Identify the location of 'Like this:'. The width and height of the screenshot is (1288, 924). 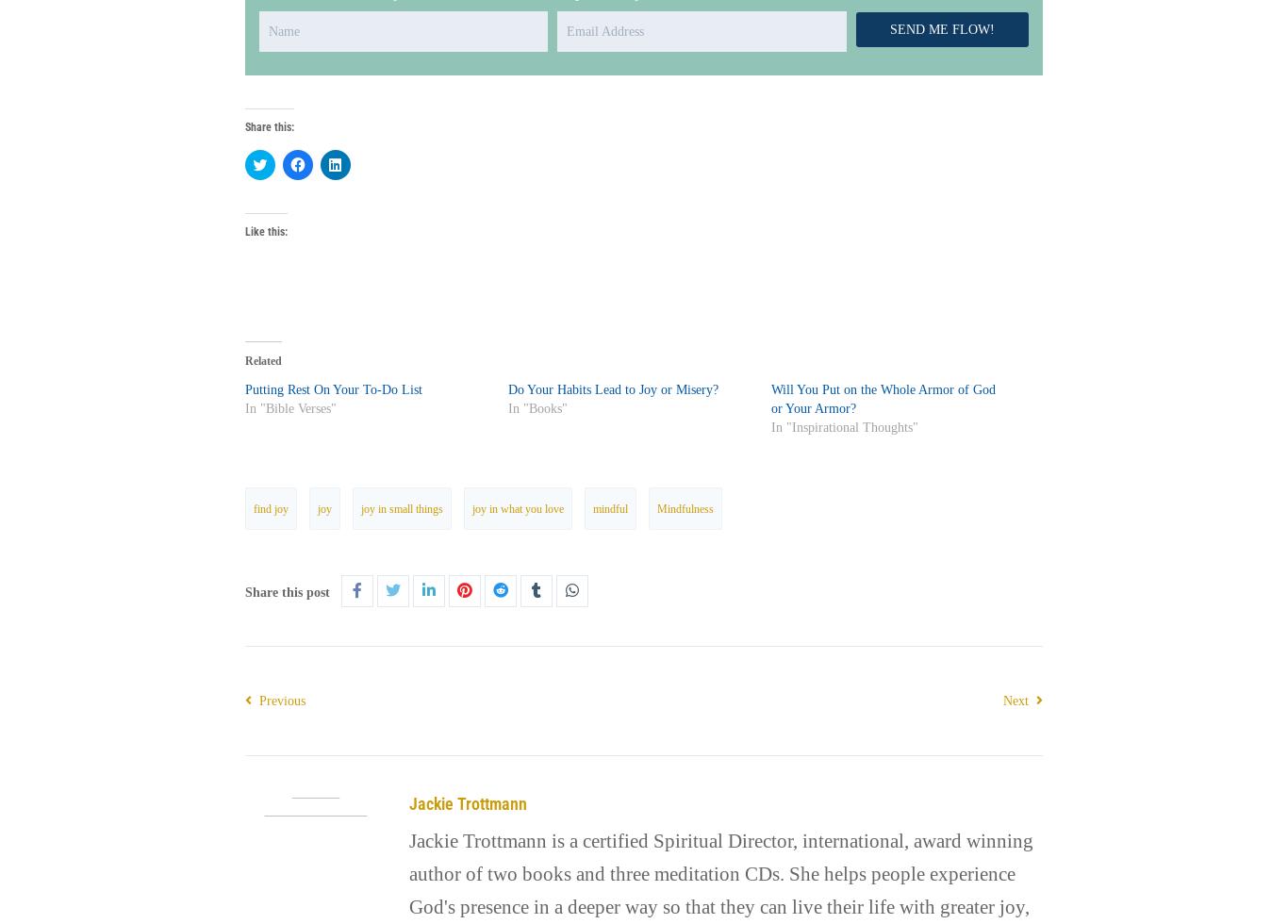
(265, 231).